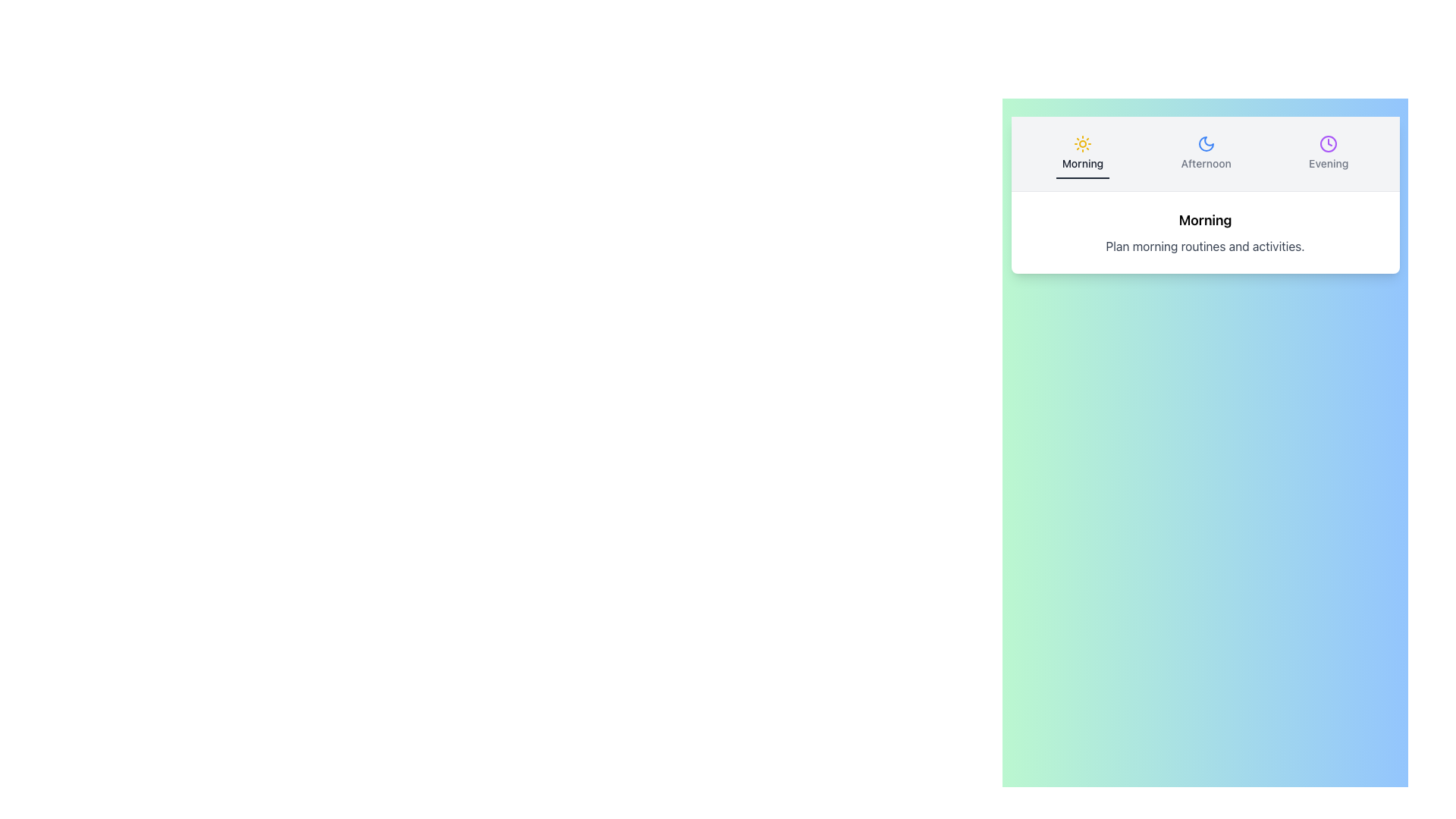  I want to click on the Text label providing guidance for the 'Morning' section located below the 'Morning' header, so click(1204, 245).